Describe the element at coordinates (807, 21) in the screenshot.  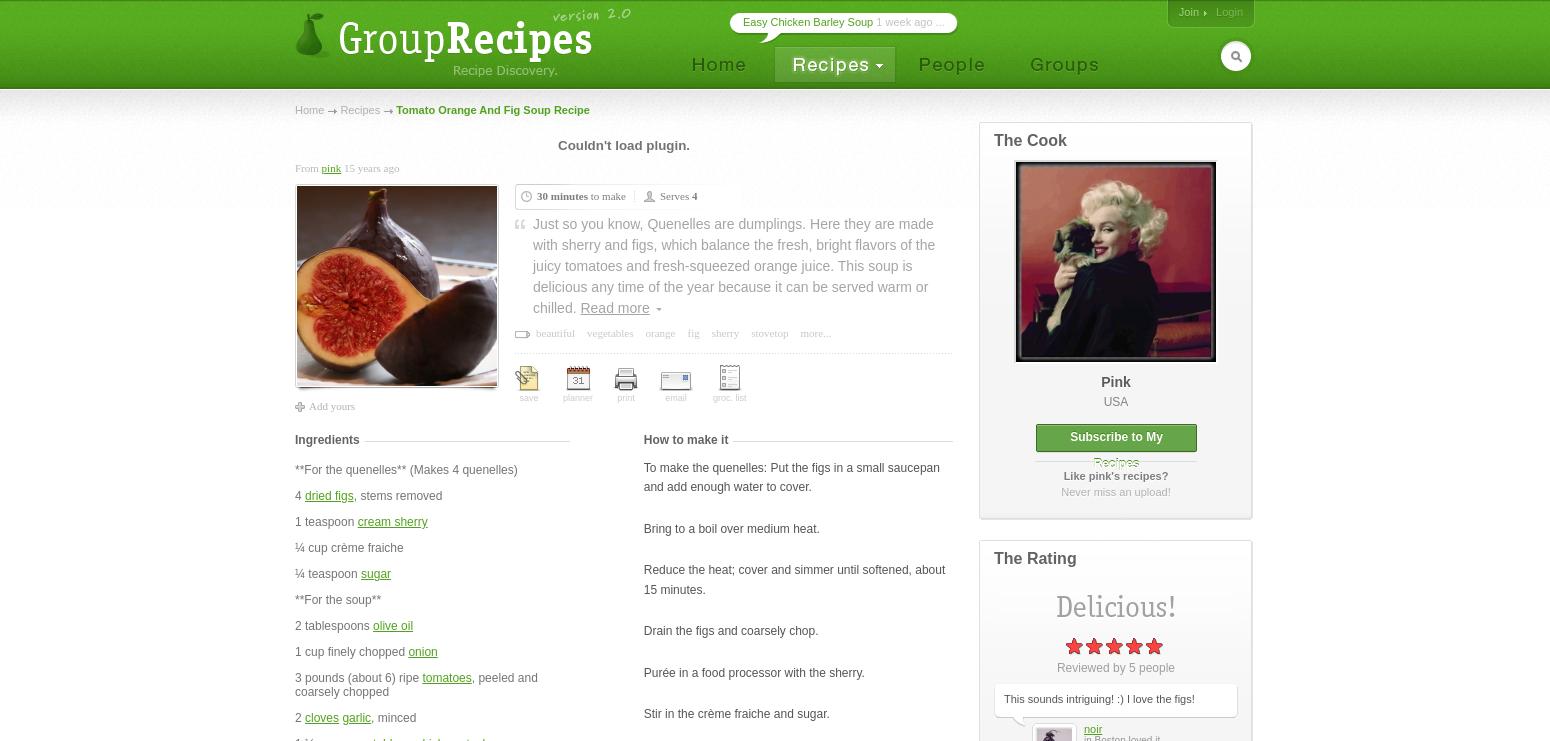
I see `'Easy Chicken Barley Soup'` at that location.